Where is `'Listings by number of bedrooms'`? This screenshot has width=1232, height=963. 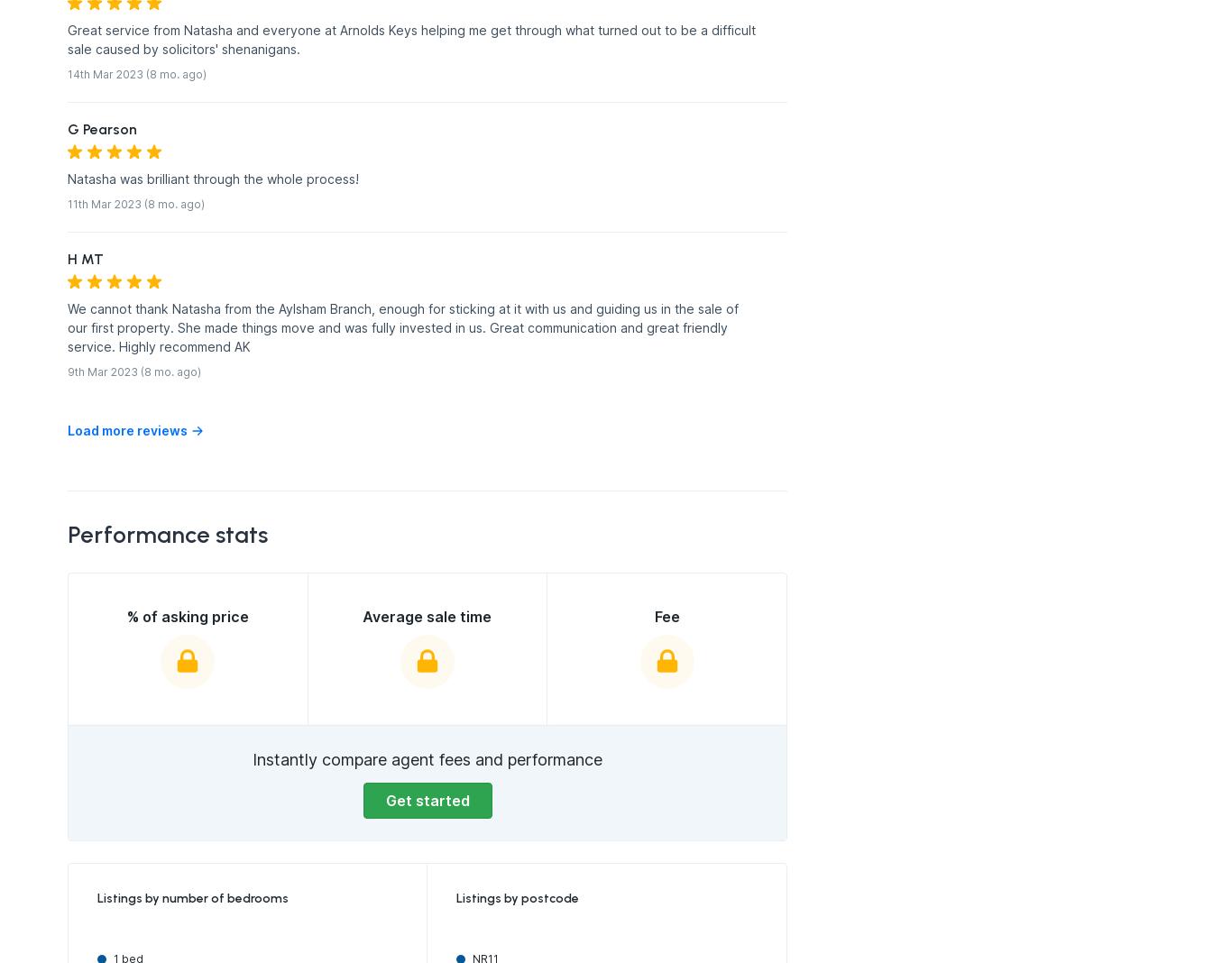 'Listings by number of bedrooms' is located at coordinates (192, 897).